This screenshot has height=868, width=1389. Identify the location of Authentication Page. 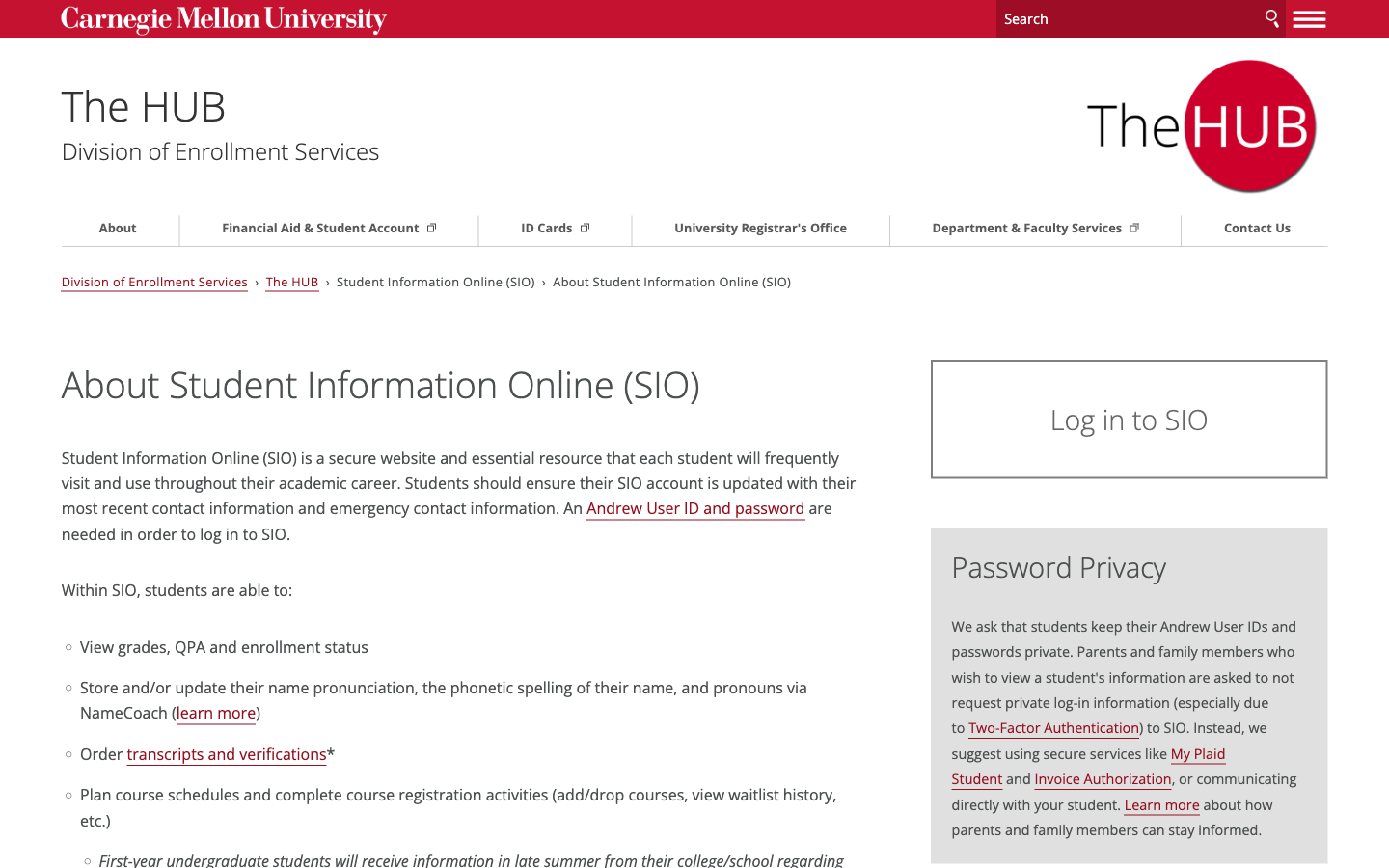
(1094, 419).